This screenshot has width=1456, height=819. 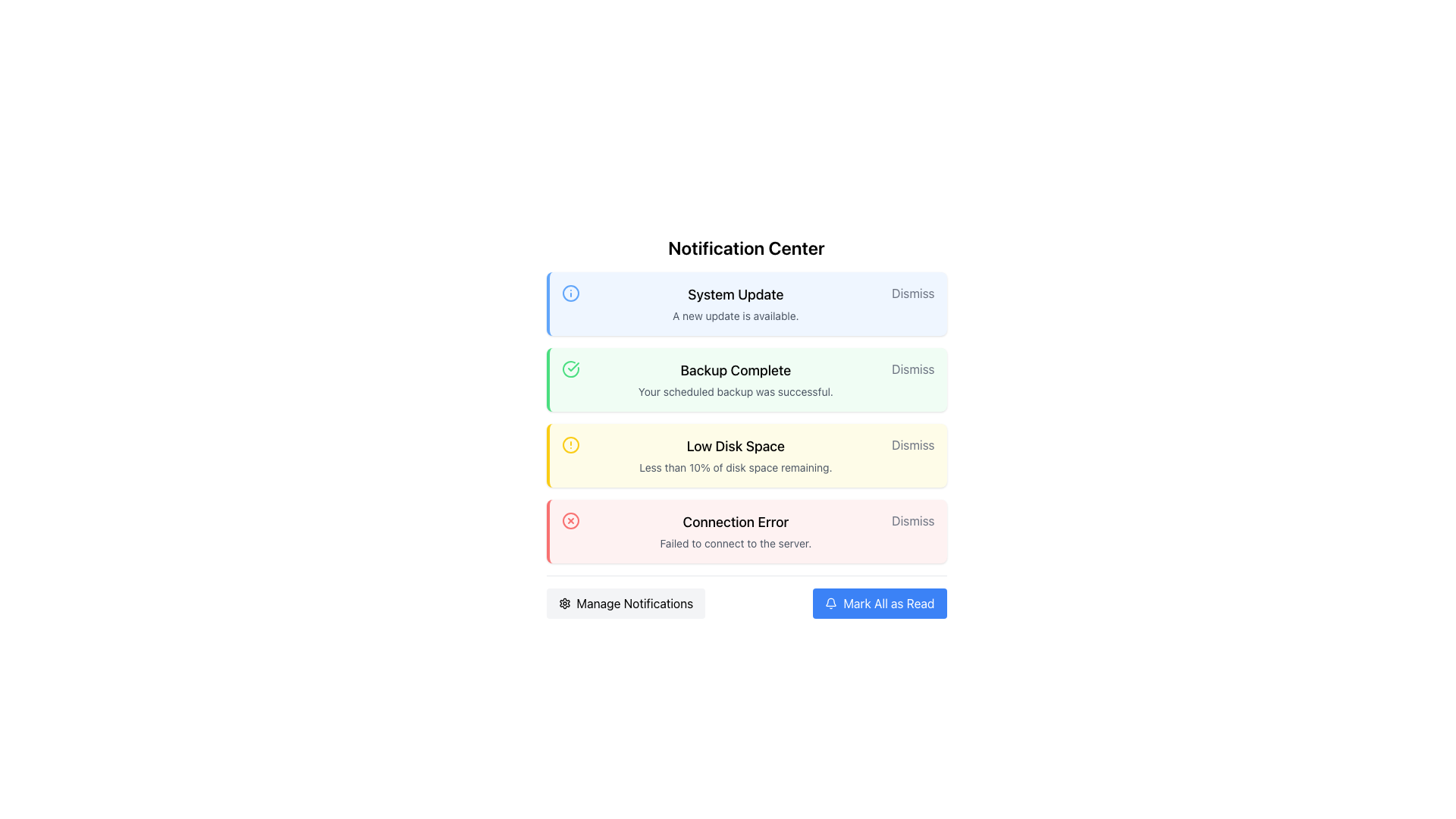 I want to click on the 'Low Disk Space' notification icon located at the left edge of the notification card, so click(x=570, y=444).